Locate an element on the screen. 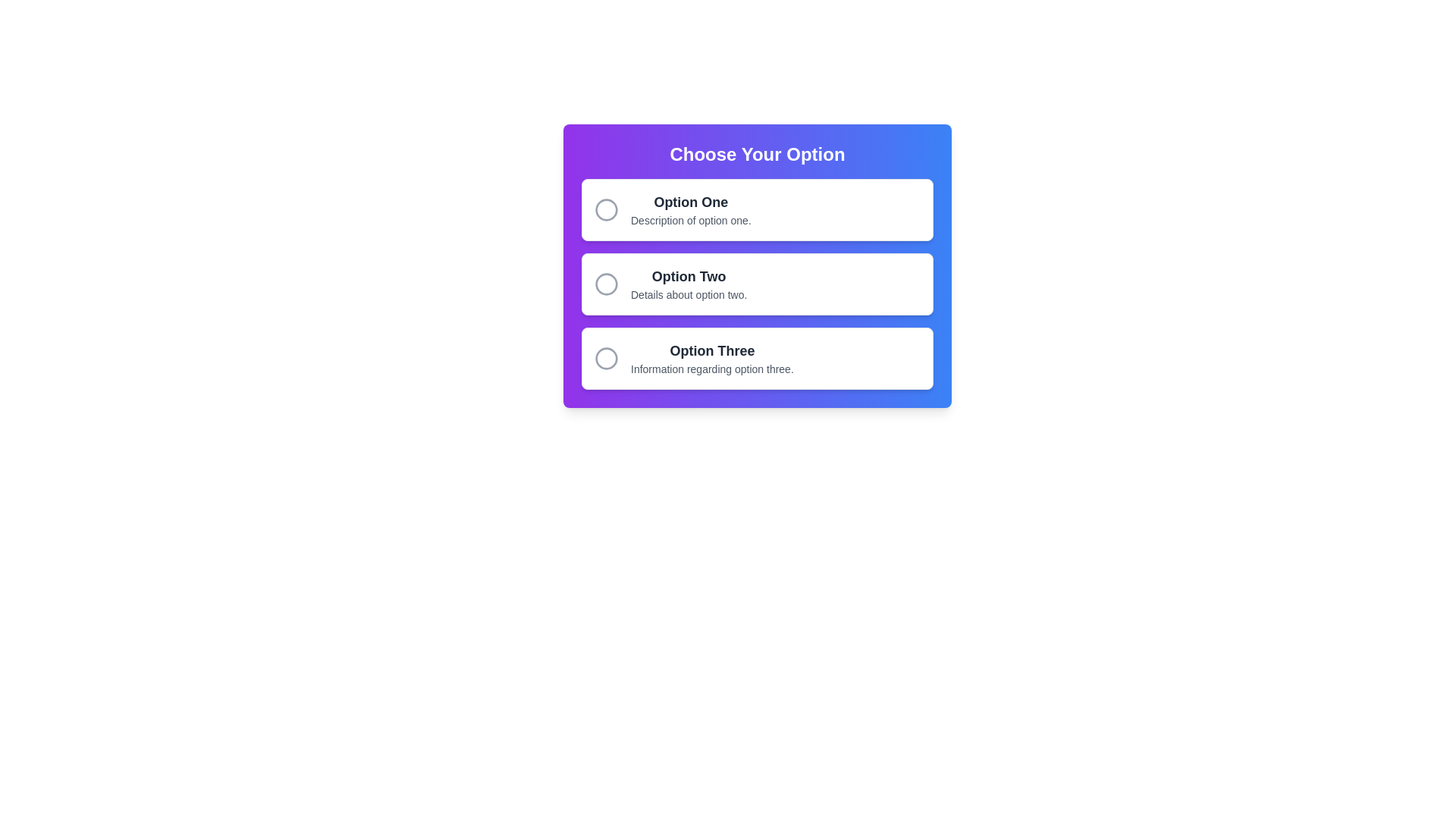  the circular part of the radio button for 'Option Two', which is visually styled with a thin stroke and no fill is located at coordinates (607, 284).